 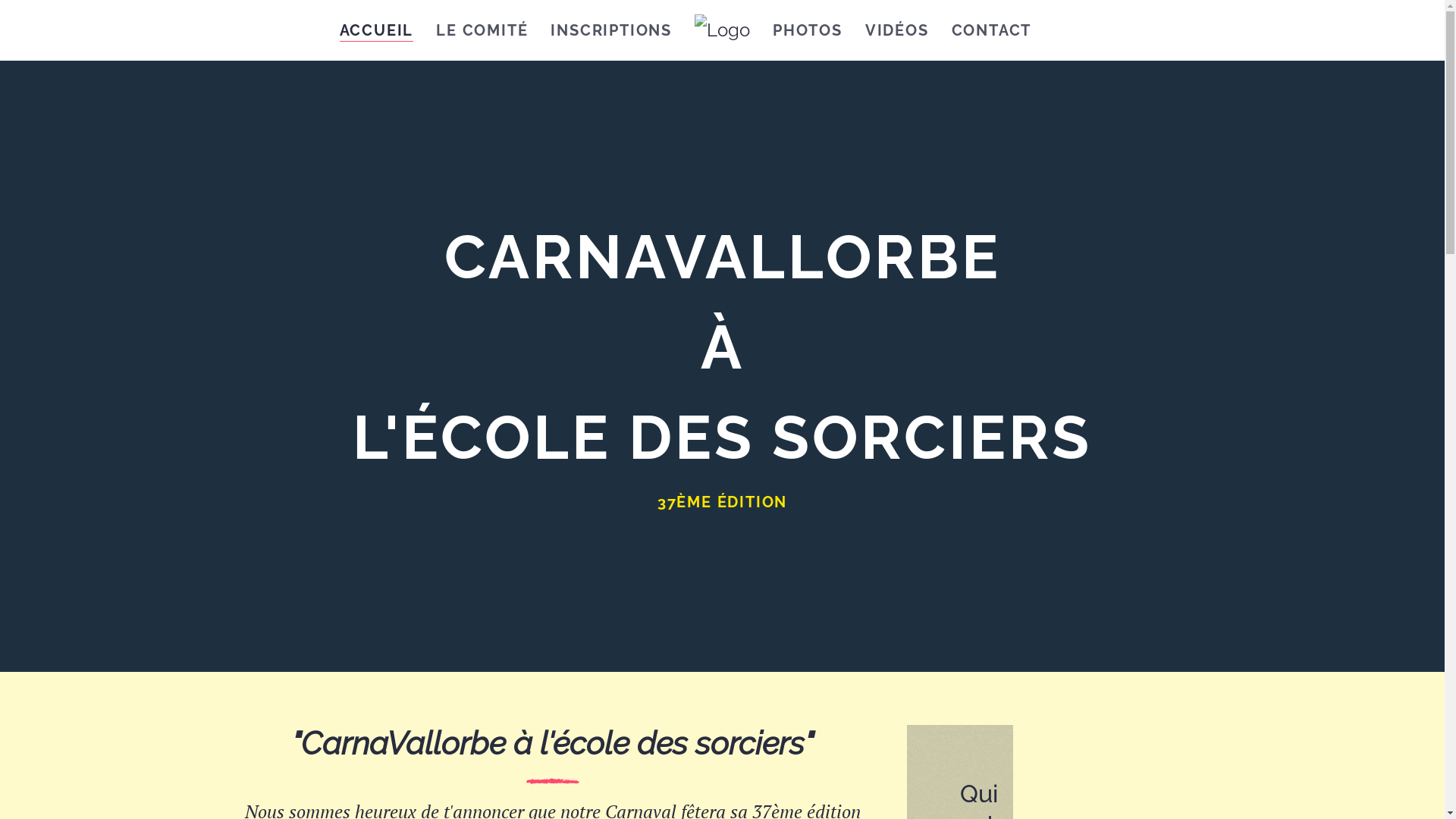 I want to click on 'INSCRIPTIONS', so click(x=611, y=30).